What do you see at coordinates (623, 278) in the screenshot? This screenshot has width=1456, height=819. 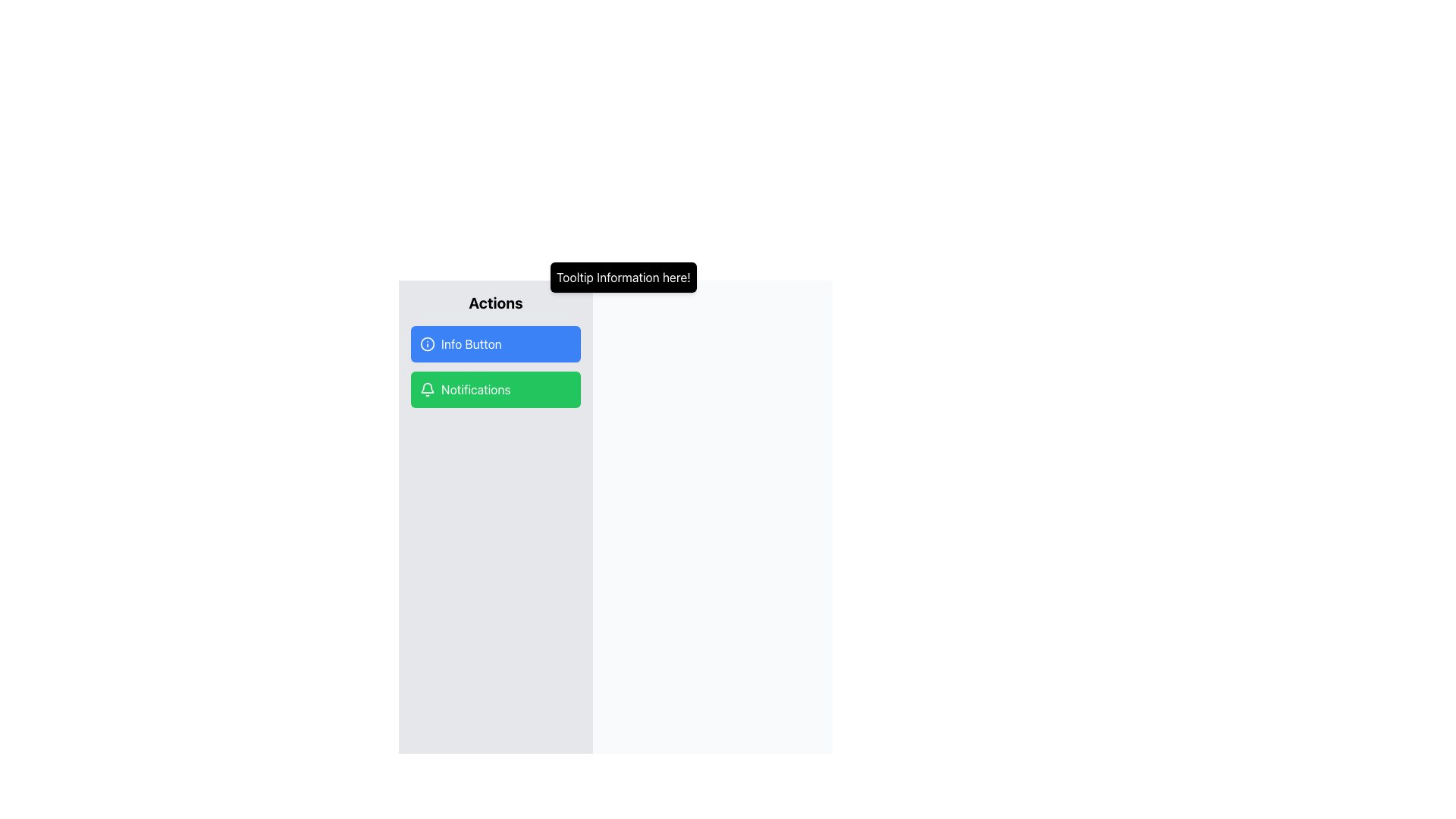 I see `text content from the Tooltip overlay displaying 'Tooltip Information here!' positioned above the 'Info Button'` at bounding box center [623, 278].